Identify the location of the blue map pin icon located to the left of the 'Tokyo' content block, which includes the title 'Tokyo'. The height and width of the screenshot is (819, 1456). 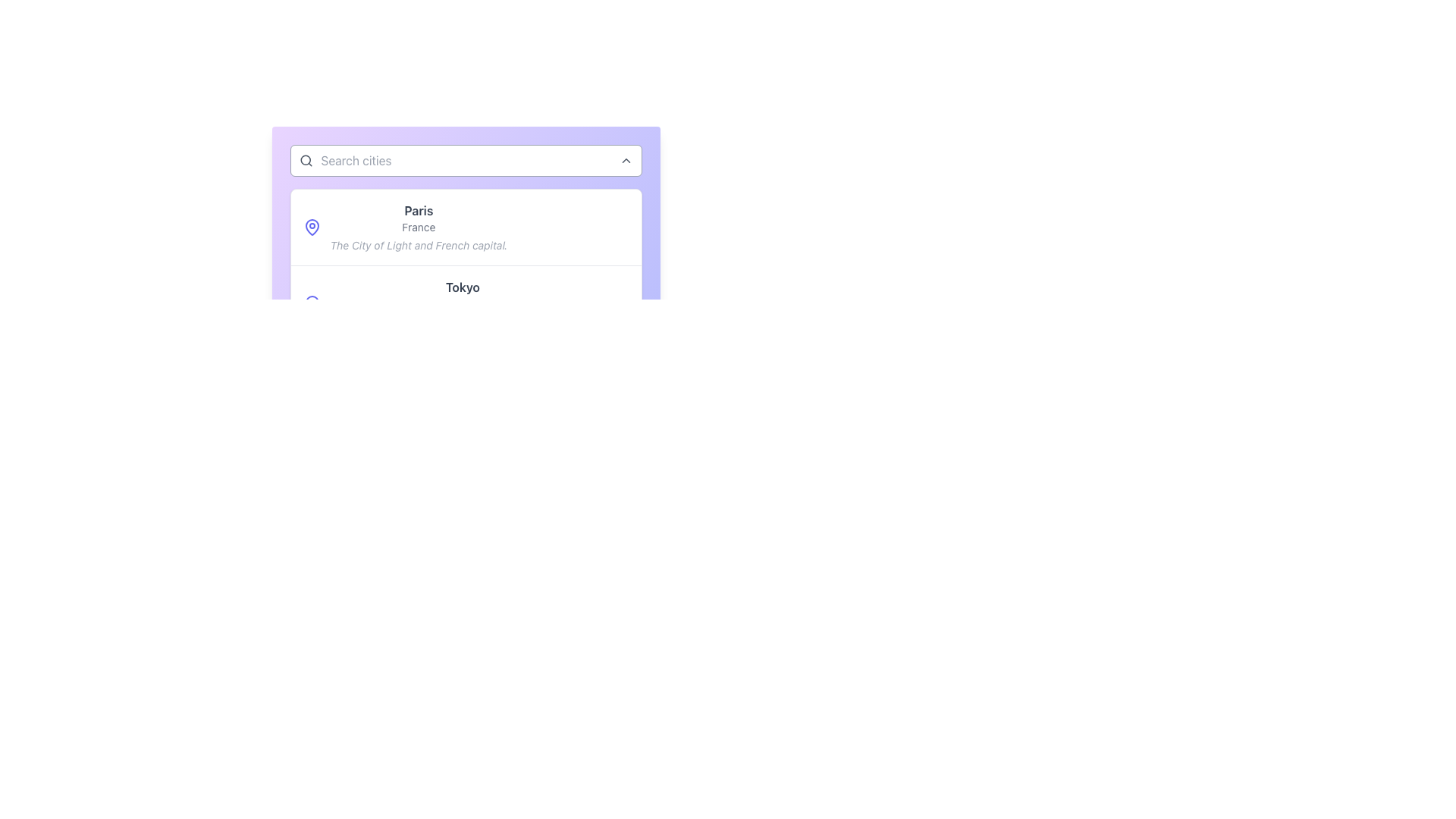
(311, 304).